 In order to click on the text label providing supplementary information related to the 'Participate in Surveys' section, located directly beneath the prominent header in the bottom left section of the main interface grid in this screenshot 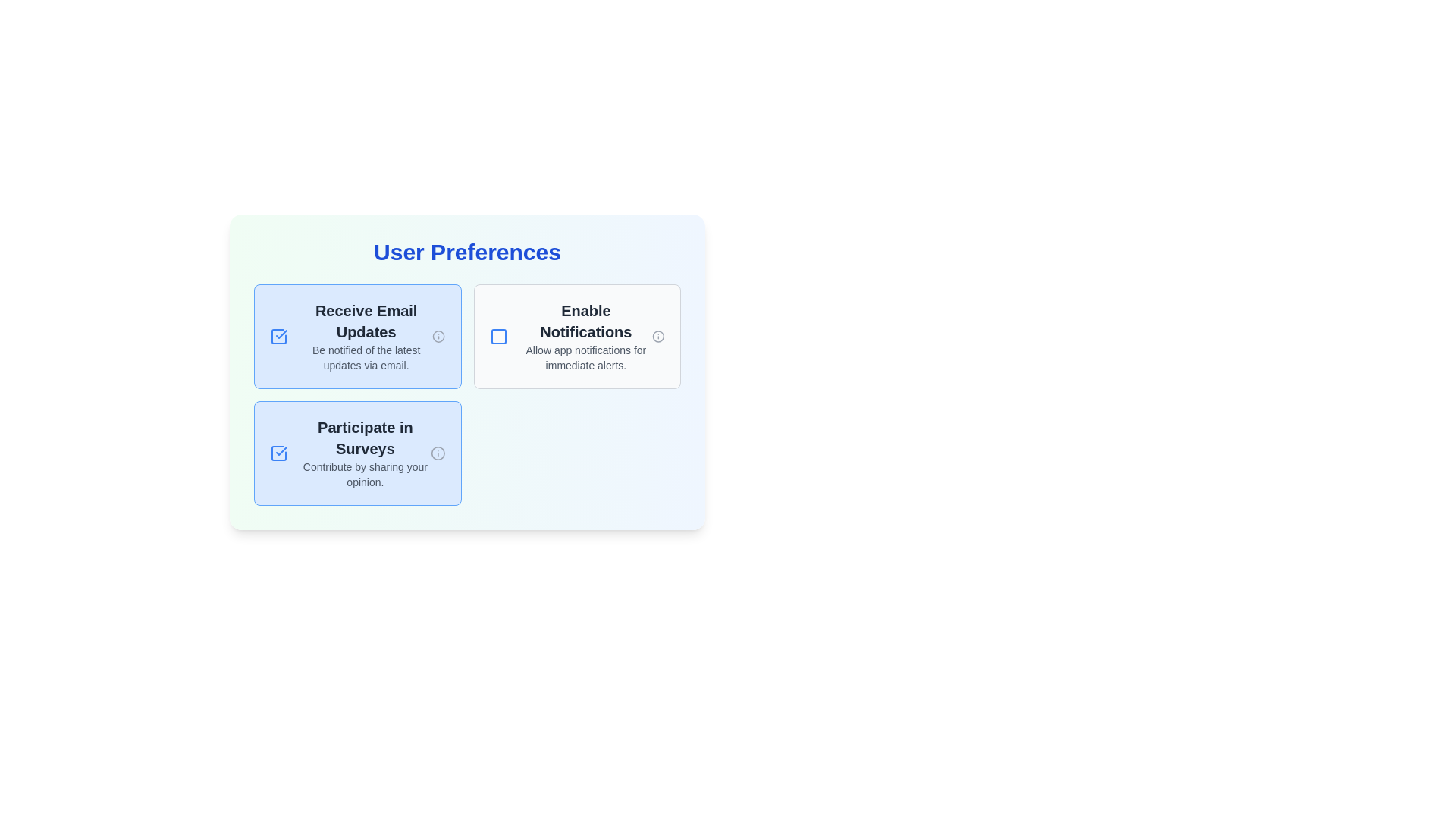, I will do `click(365, 473)`.